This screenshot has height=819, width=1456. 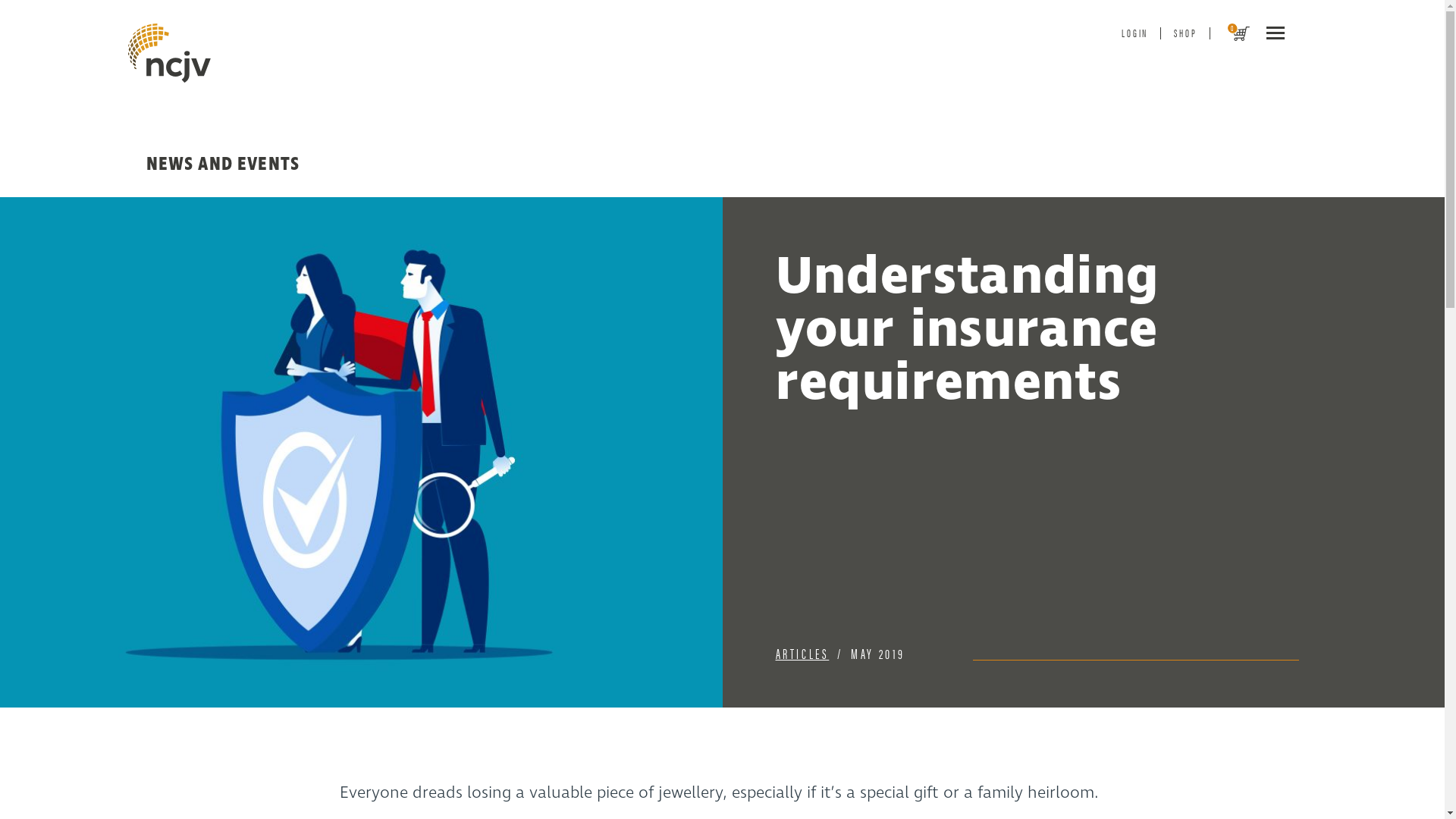 I want to click on 'SHOP', so click(x=1160, y=32).